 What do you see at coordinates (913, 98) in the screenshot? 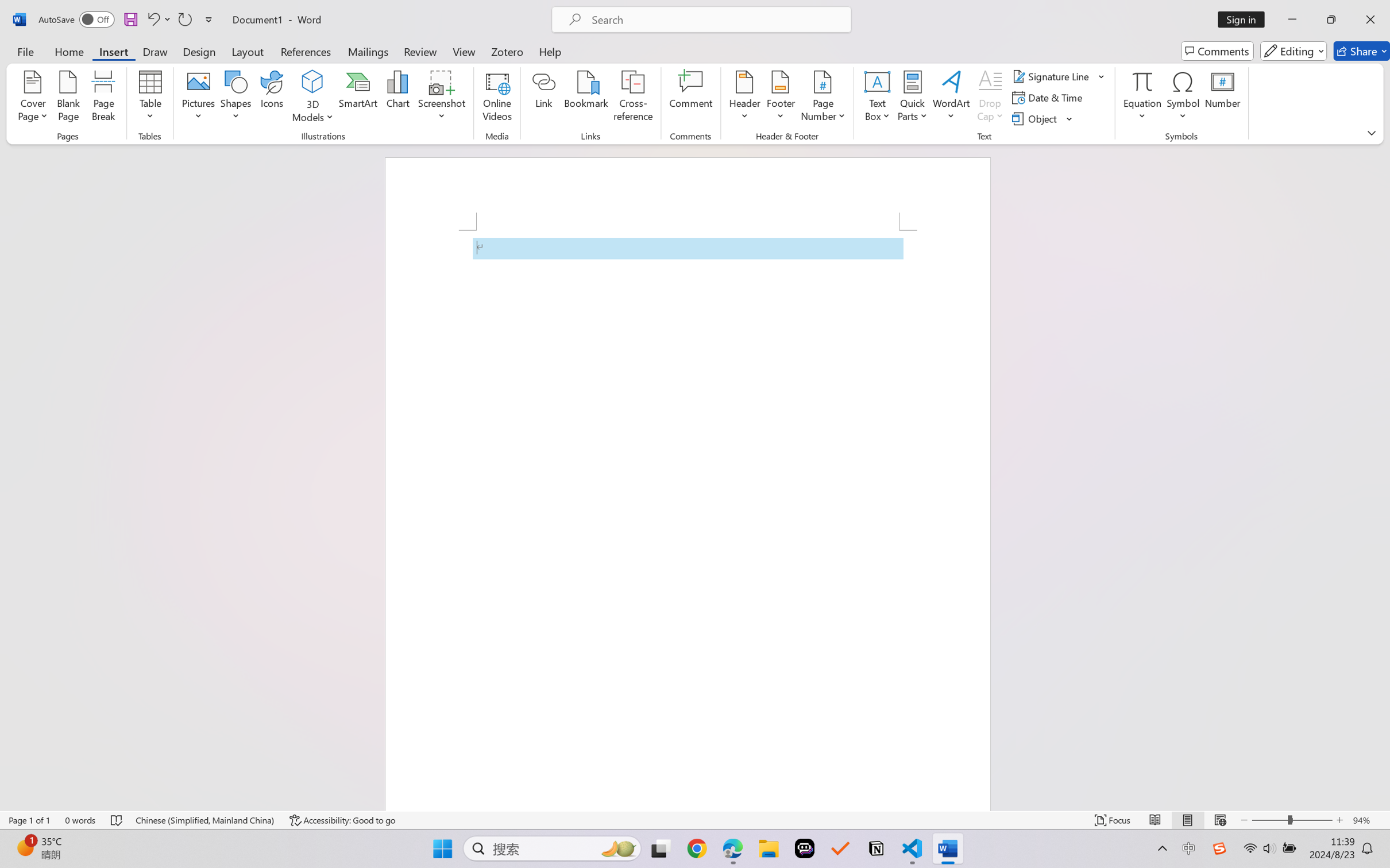
I see `'Quick Parts'` at bounding box center [913, 98].